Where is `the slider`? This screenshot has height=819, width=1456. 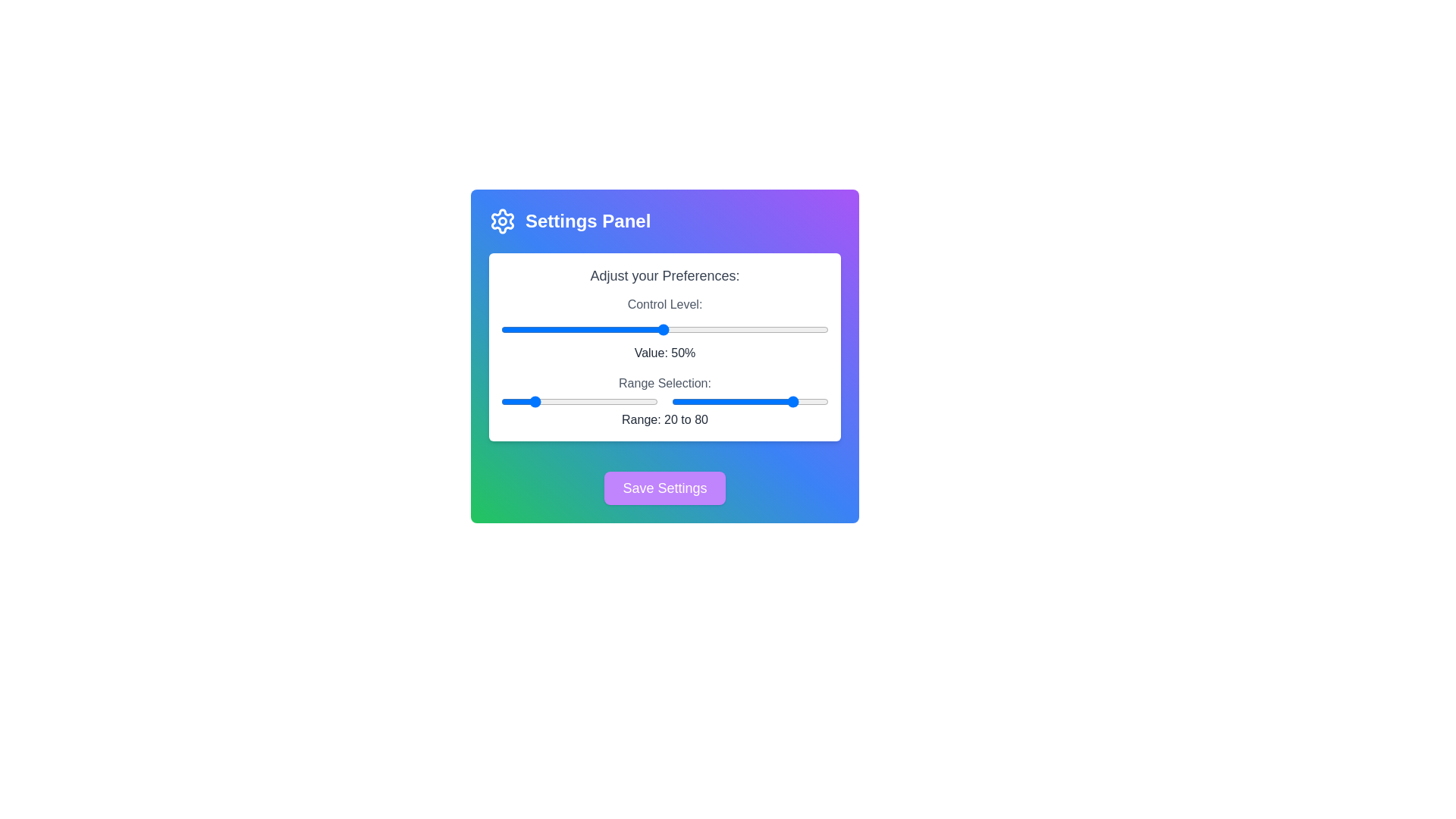 the slider is located at coordinates (770, 400).